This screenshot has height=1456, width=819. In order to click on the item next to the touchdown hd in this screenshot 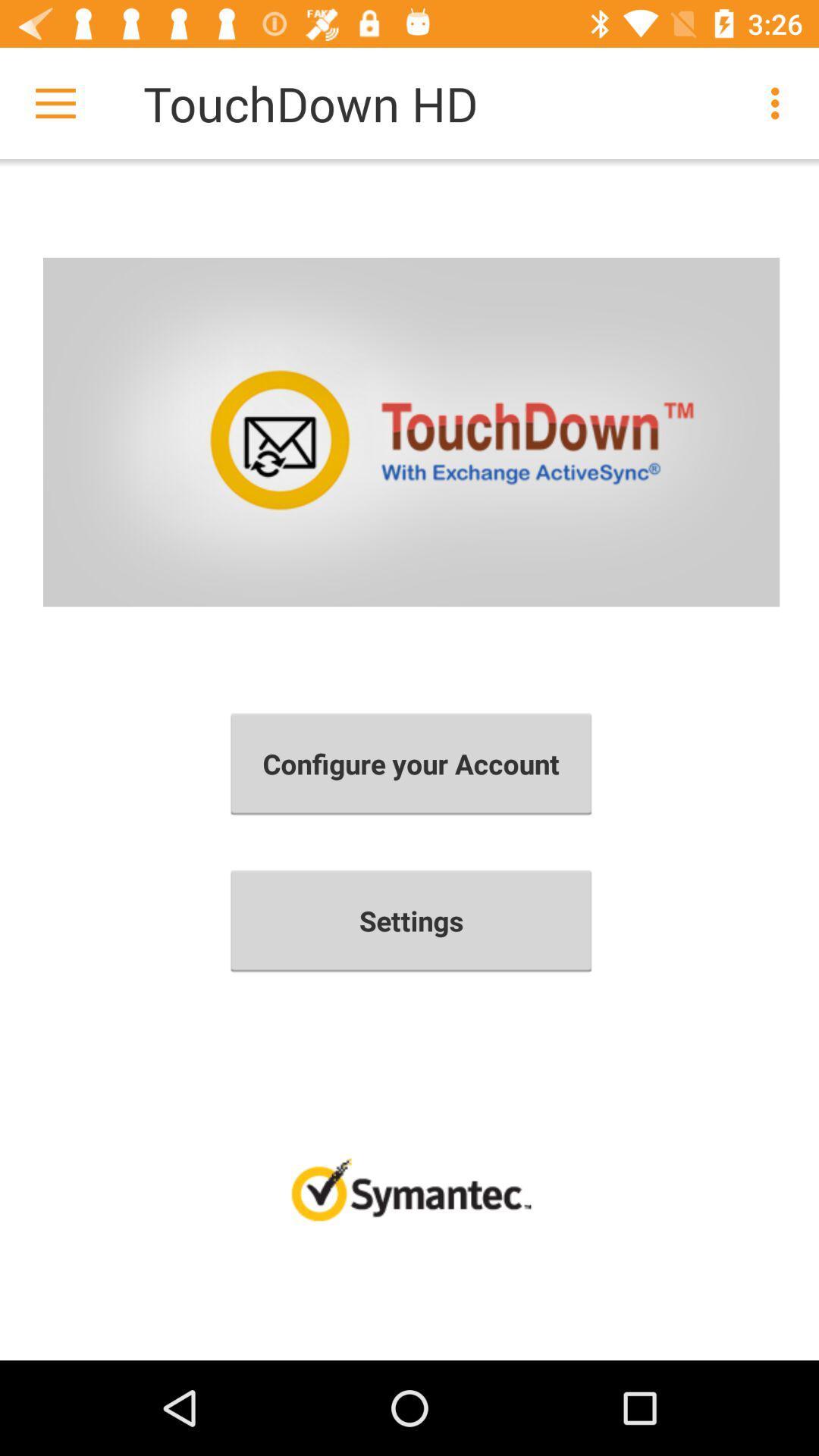, I will do `click(779, 102)`.